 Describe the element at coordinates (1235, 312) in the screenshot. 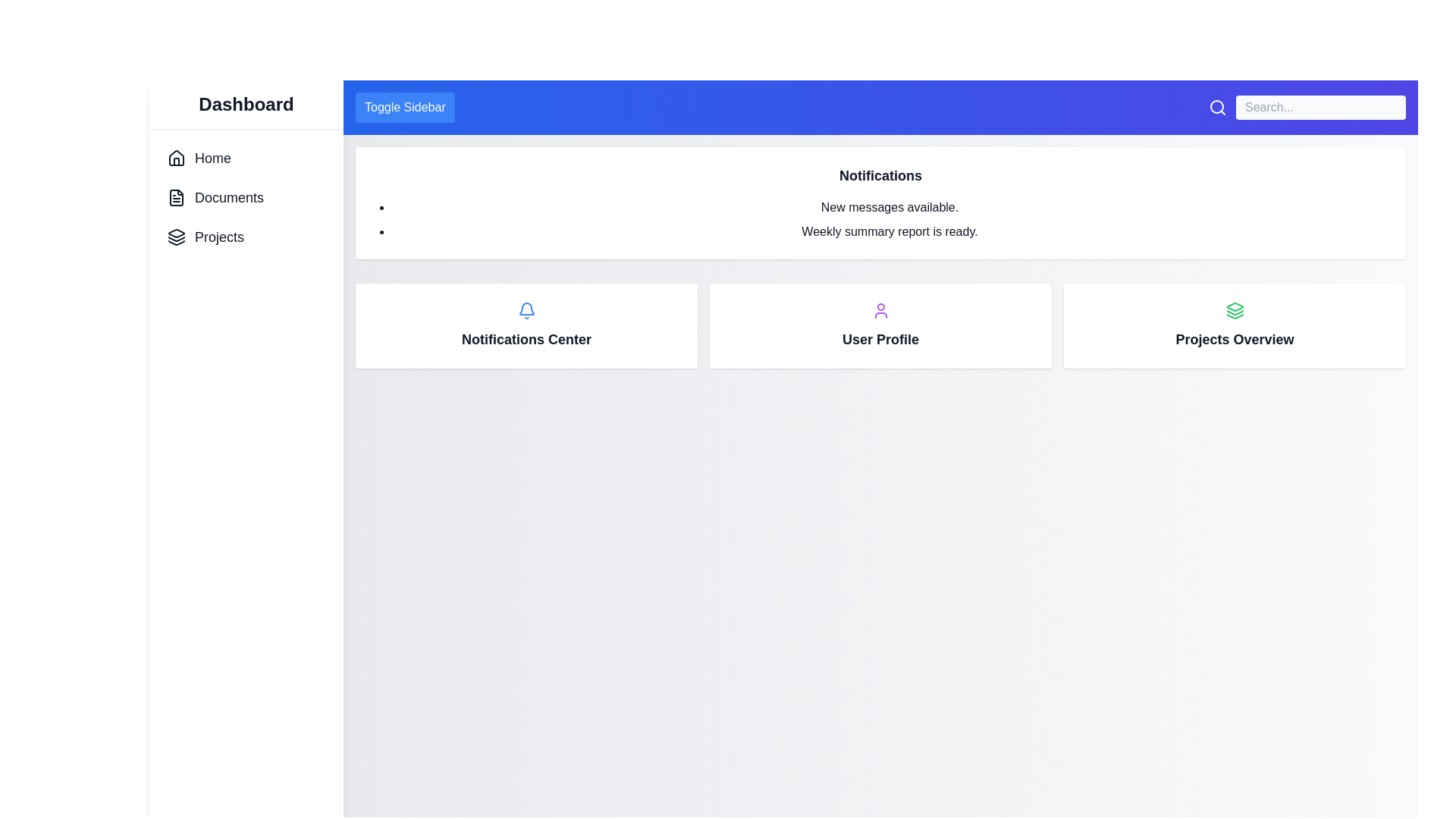

I see `the middle layer of the SVG graphic, which is a greenish curved polygon positioned in the Projects Overview section at the top-right corner` at that location.